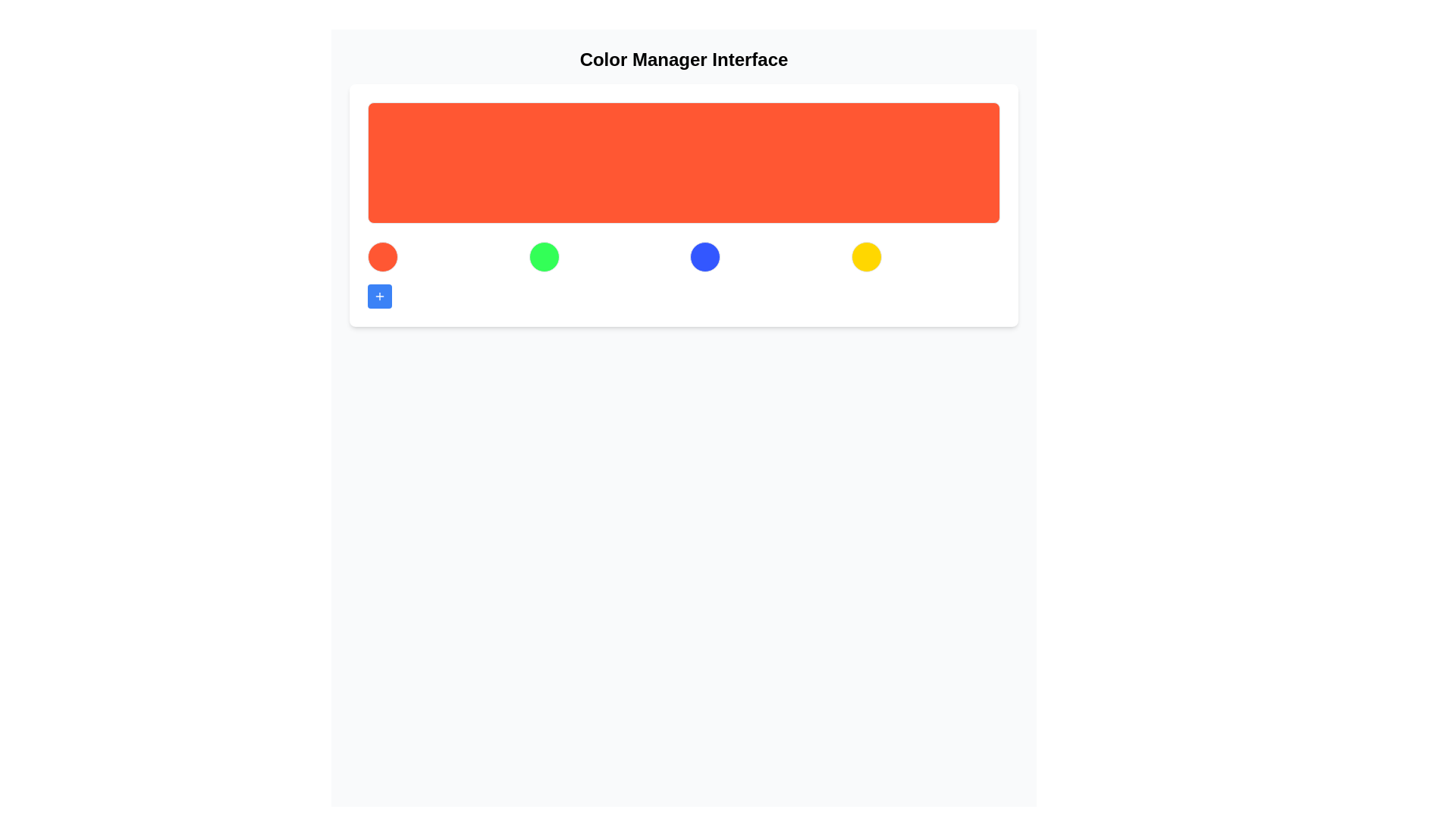  Describe the element at coordinates (379, 296) in the screenshot. I see `the compact blue button with a white plus icon centered within it` at that location.